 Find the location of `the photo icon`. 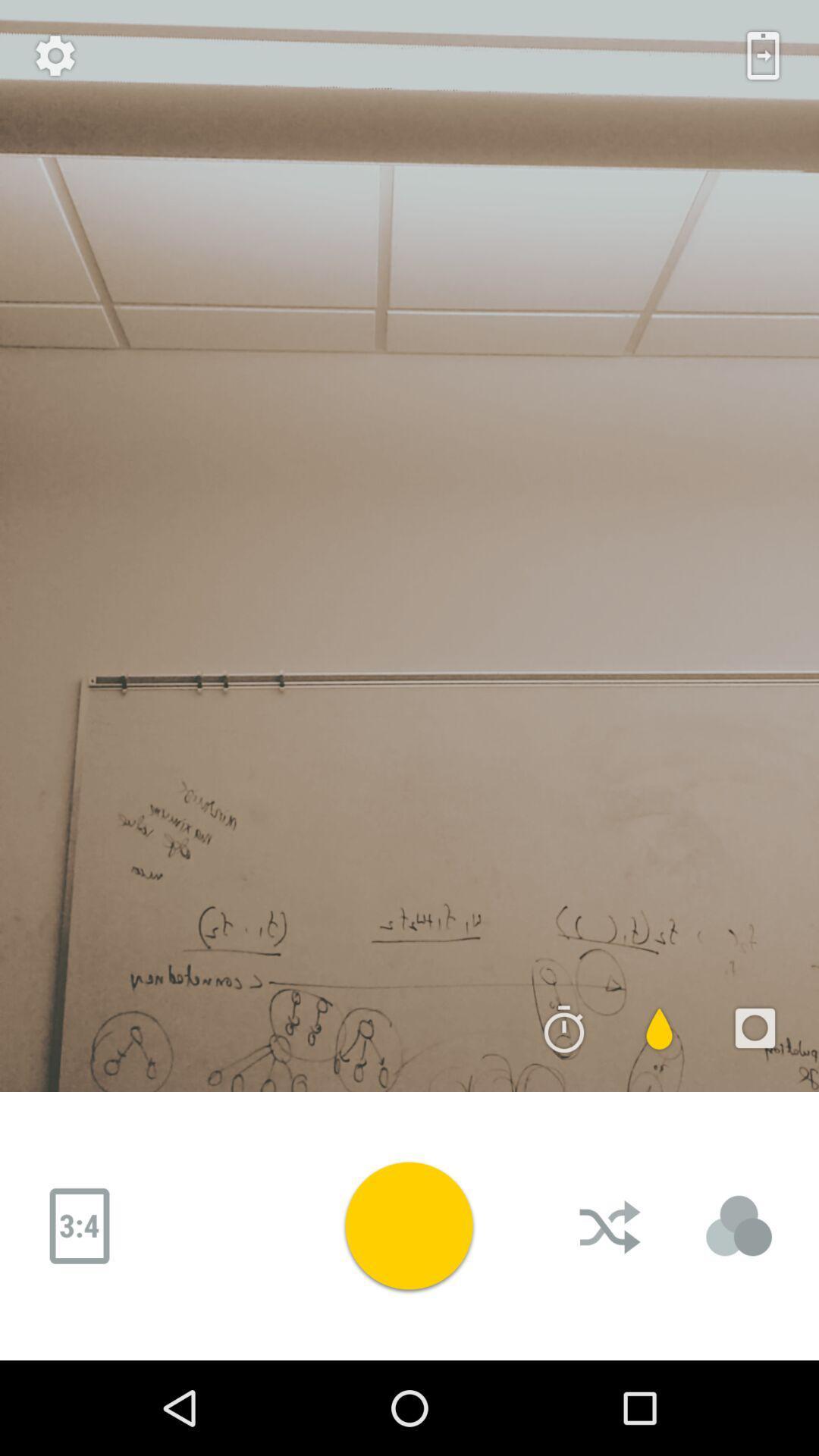

the photo icon is located at coordinates (755, 1028).